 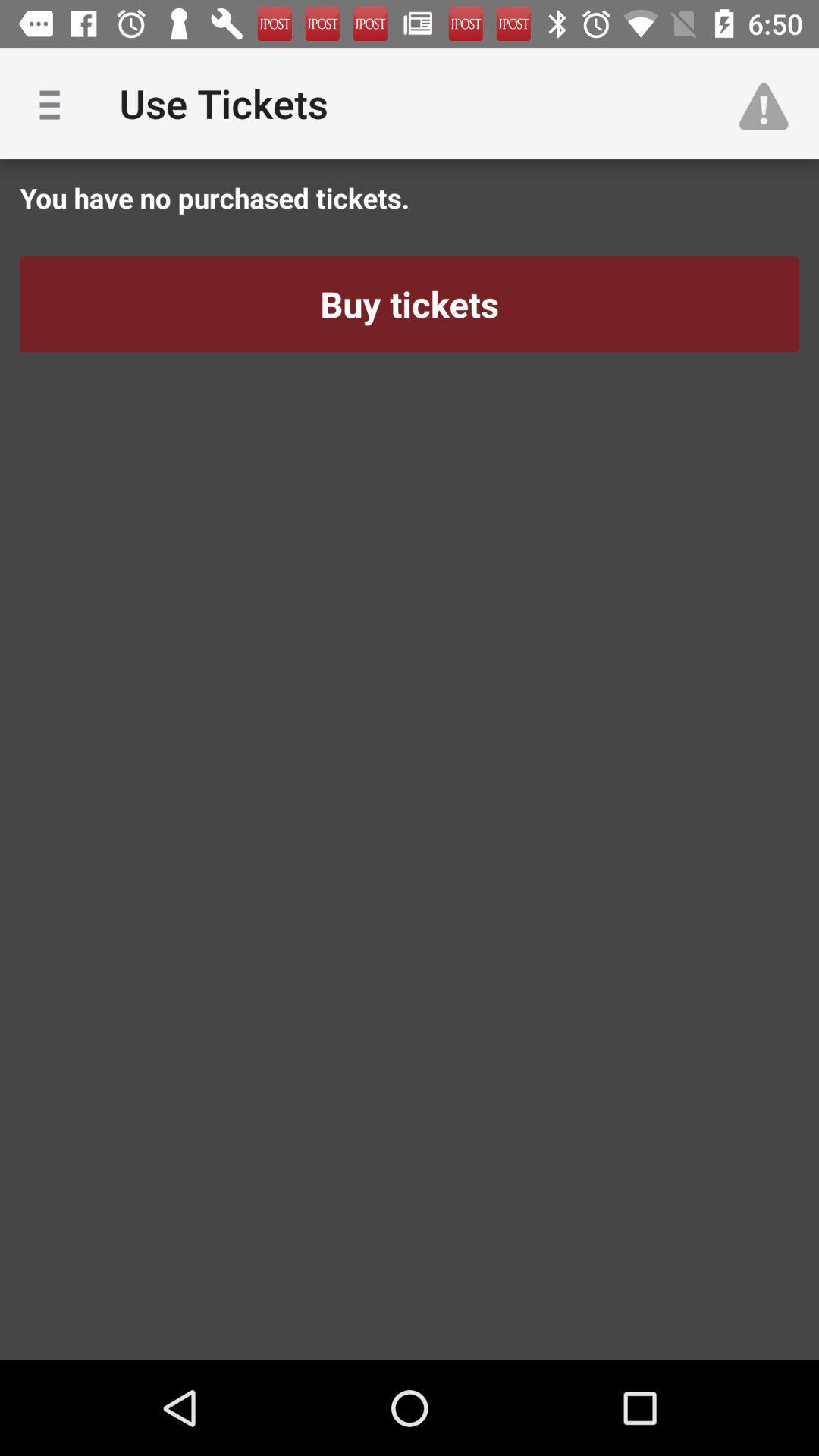 I want to click on icon next to use tickets app, so click(x=771, y=102).